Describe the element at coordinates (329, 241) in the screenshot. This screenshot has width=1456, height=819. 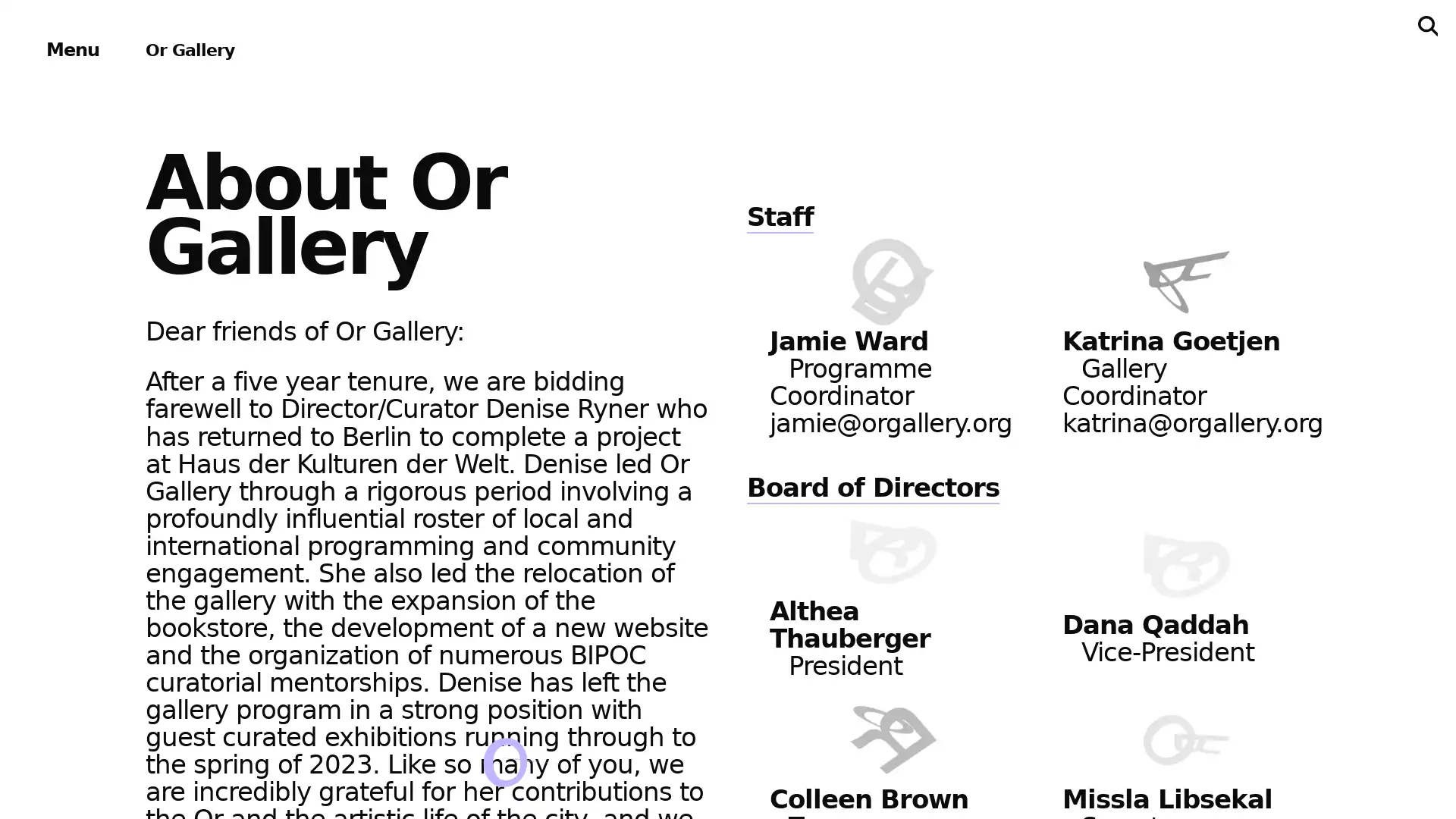
I see `Events` at that location.